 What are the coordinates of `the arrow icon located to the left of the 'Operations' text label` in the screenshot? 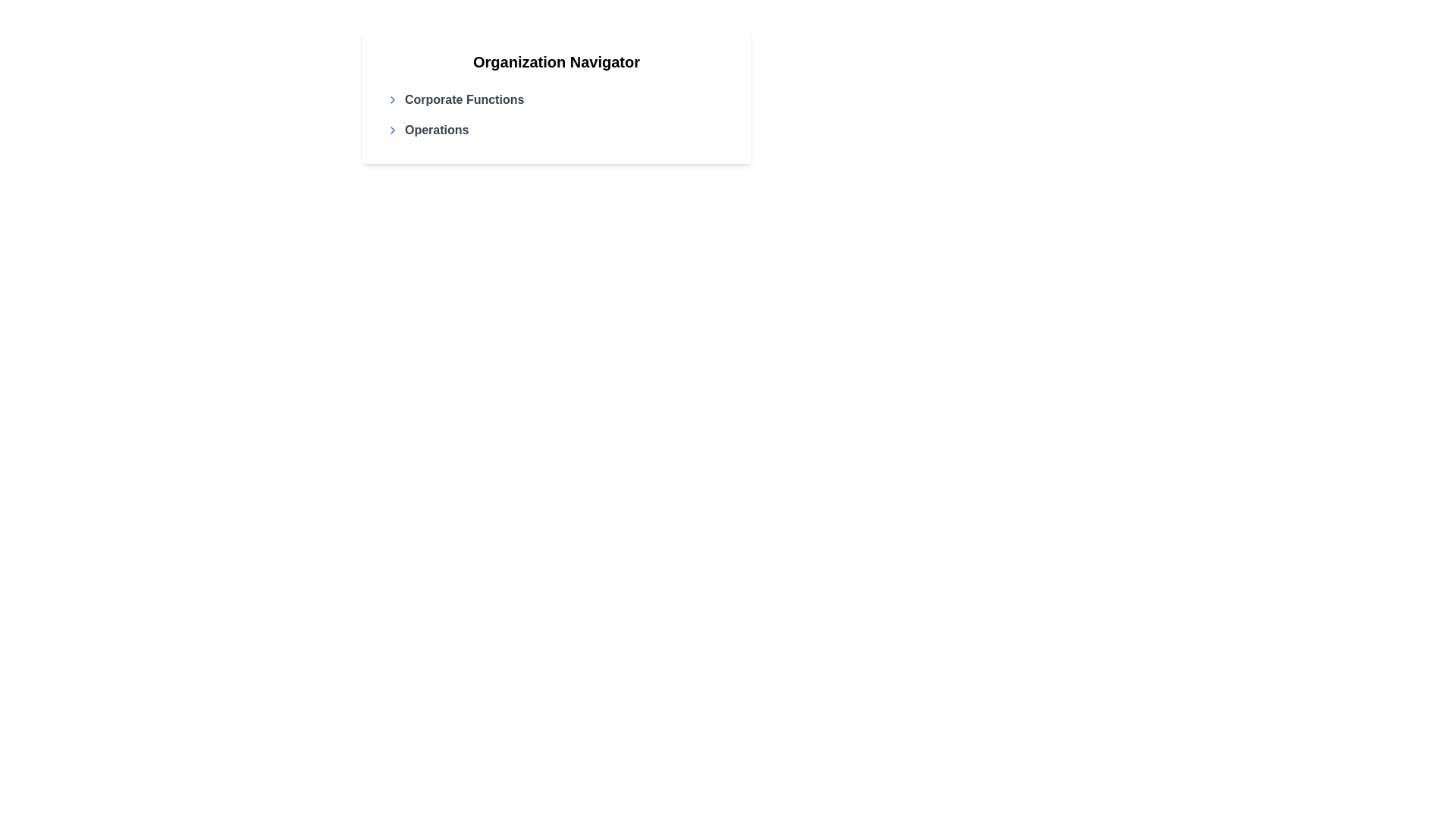 It's located at (393, 130).